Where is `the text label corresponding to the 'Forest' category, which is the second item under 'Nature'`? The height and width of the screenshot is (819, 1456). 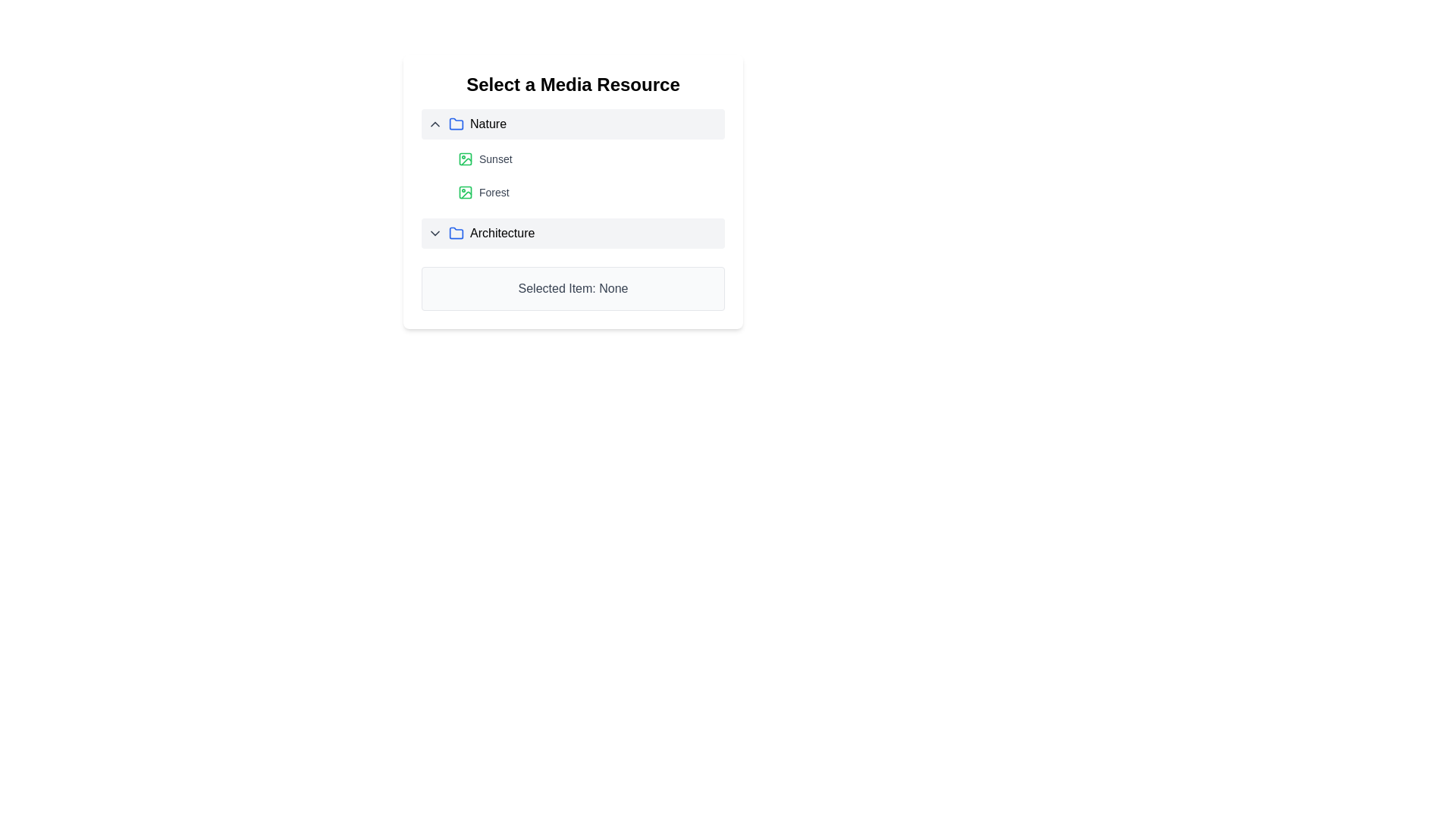 the text label corresponding to the 'Forest' category, which is the second item under 'Nature' is located at coordinates (494, 192).